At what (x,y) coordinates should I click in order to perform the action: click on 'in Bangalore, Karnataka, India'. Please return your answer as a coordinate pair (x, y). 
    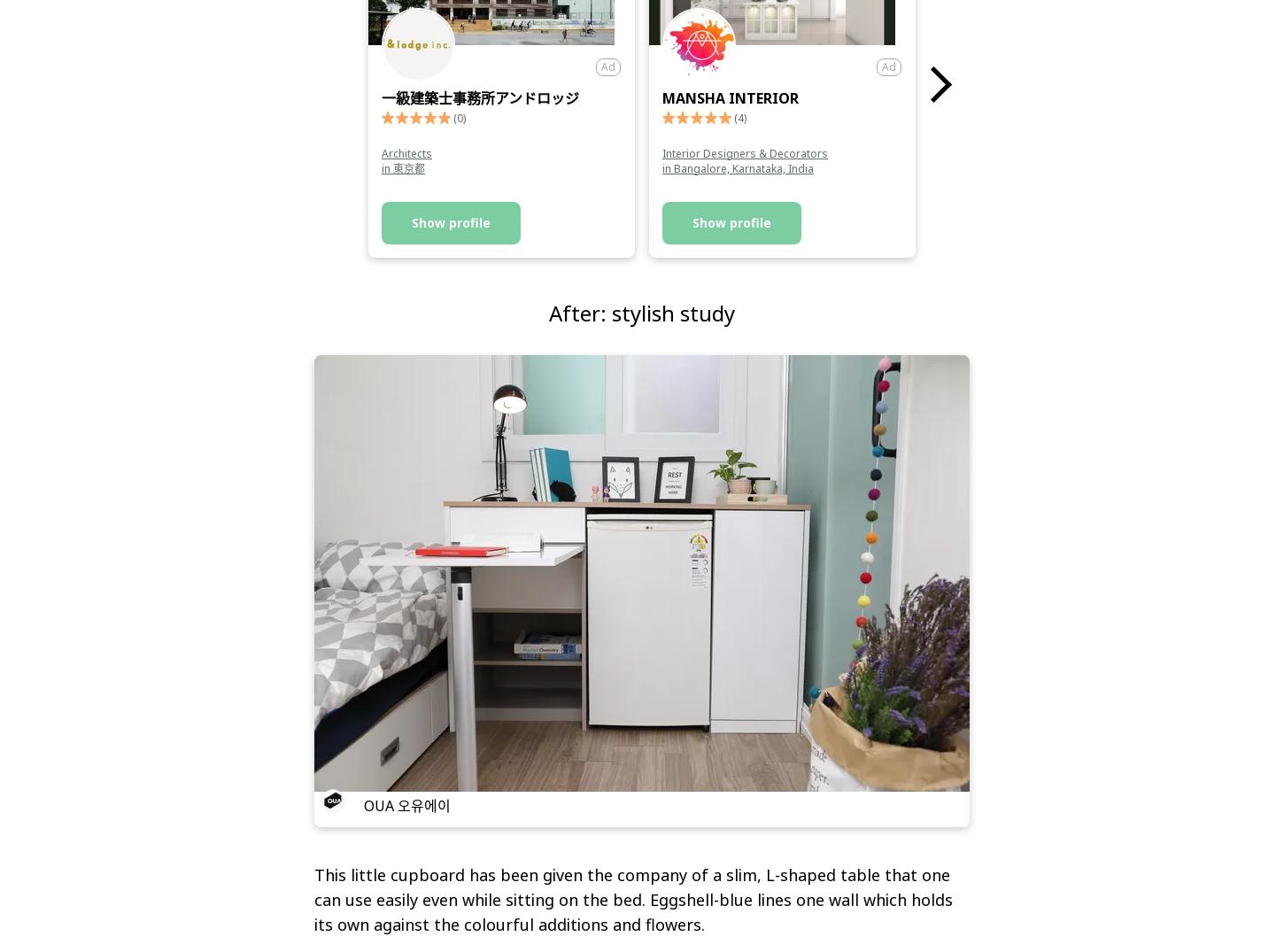
    Looking at the image, I should click on (662, 167).